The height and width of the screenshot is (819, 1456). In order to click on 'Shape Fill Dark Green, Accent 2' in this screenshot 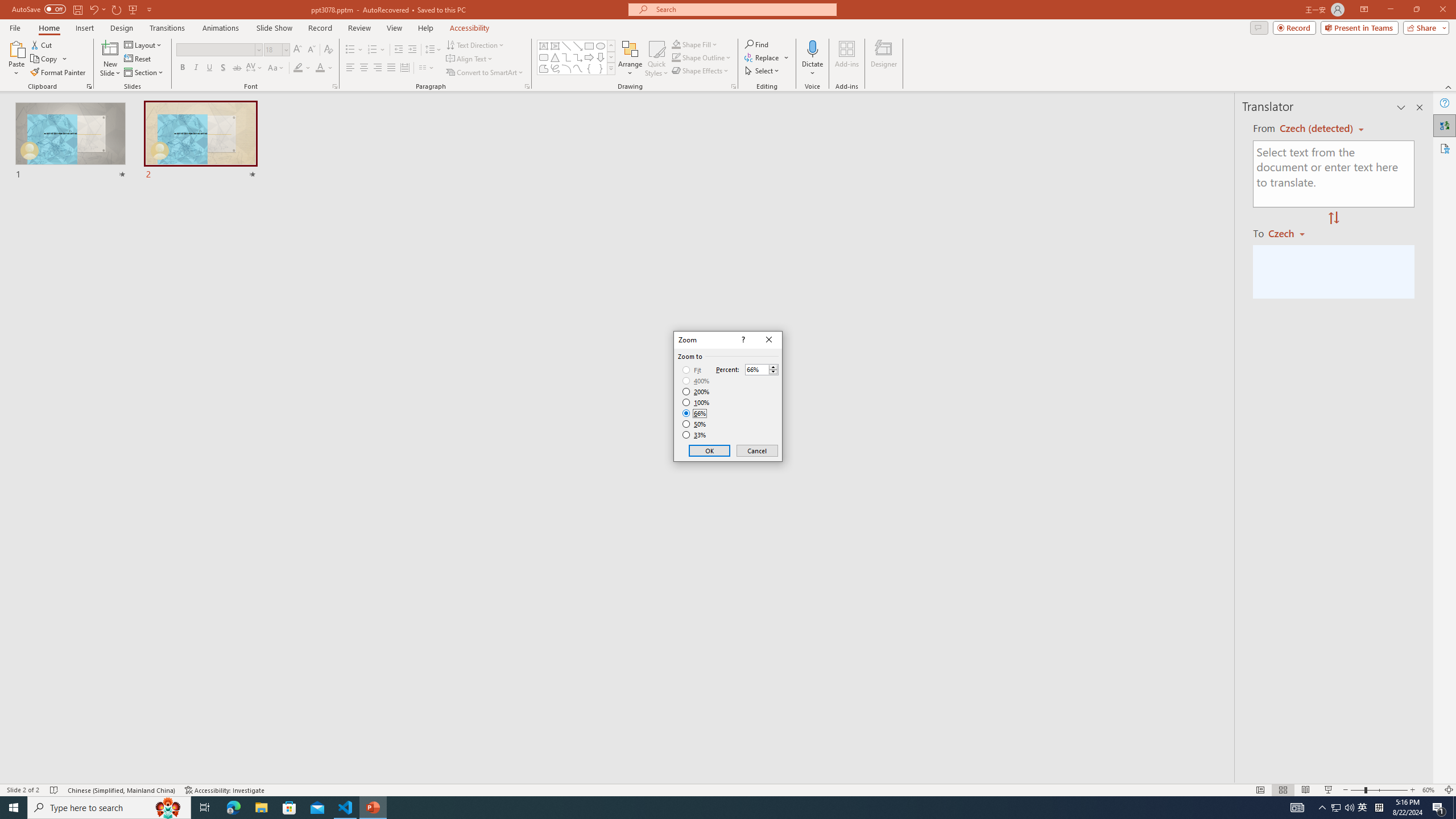, I will do `click(676, 44)`.